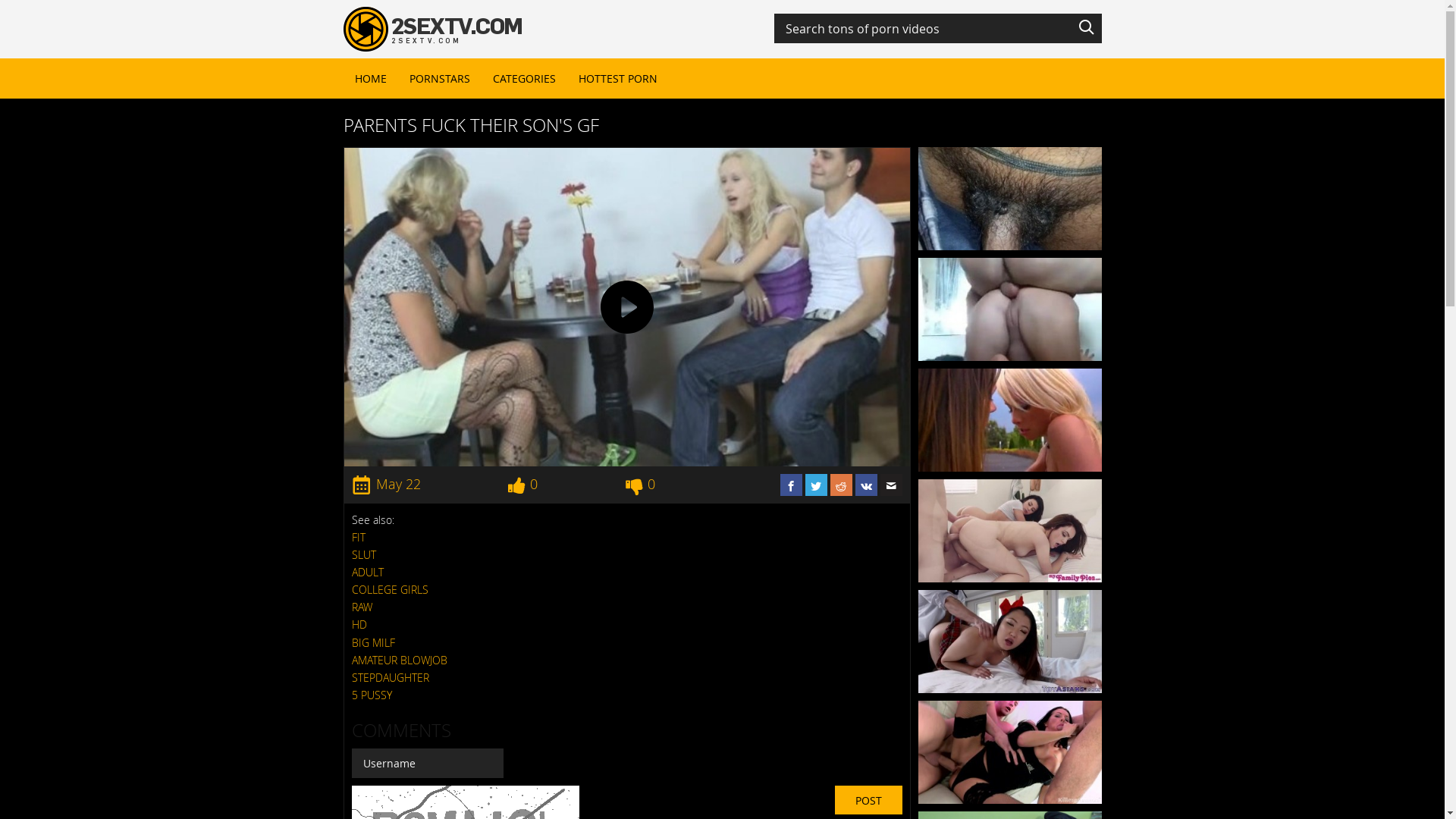 The width and height of the screenshot is (1456, 819). Describe the element at coordinates (618, 78) in the screenshot. I see `'HOTTEST PORN'` at that location.